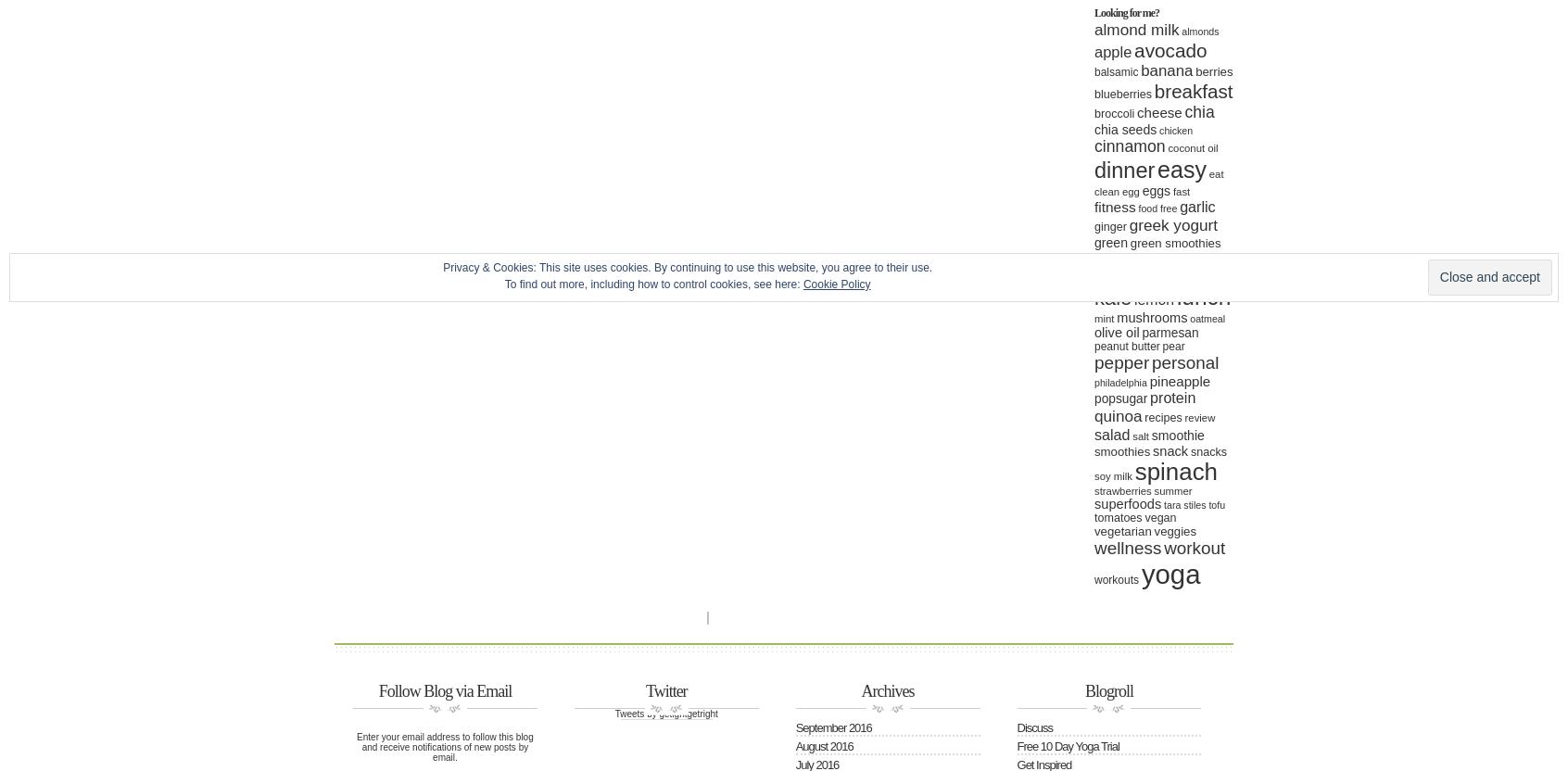  I want to click on 'food', so click(1147, 208).